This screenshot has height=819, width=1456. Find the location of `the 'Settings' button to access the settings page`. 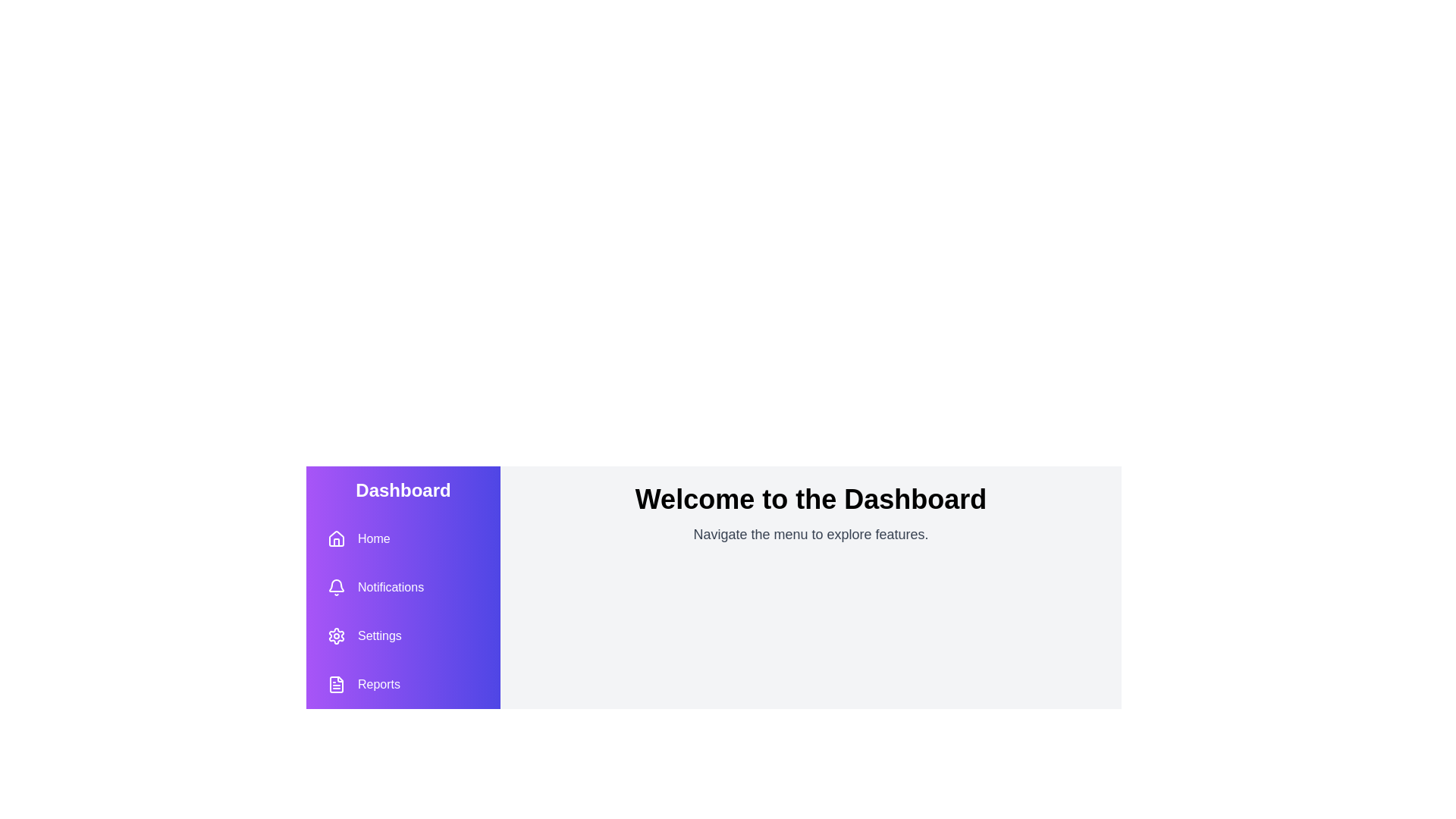

the 'Settings' button to access the settings page is located at coordinates (364, 636).